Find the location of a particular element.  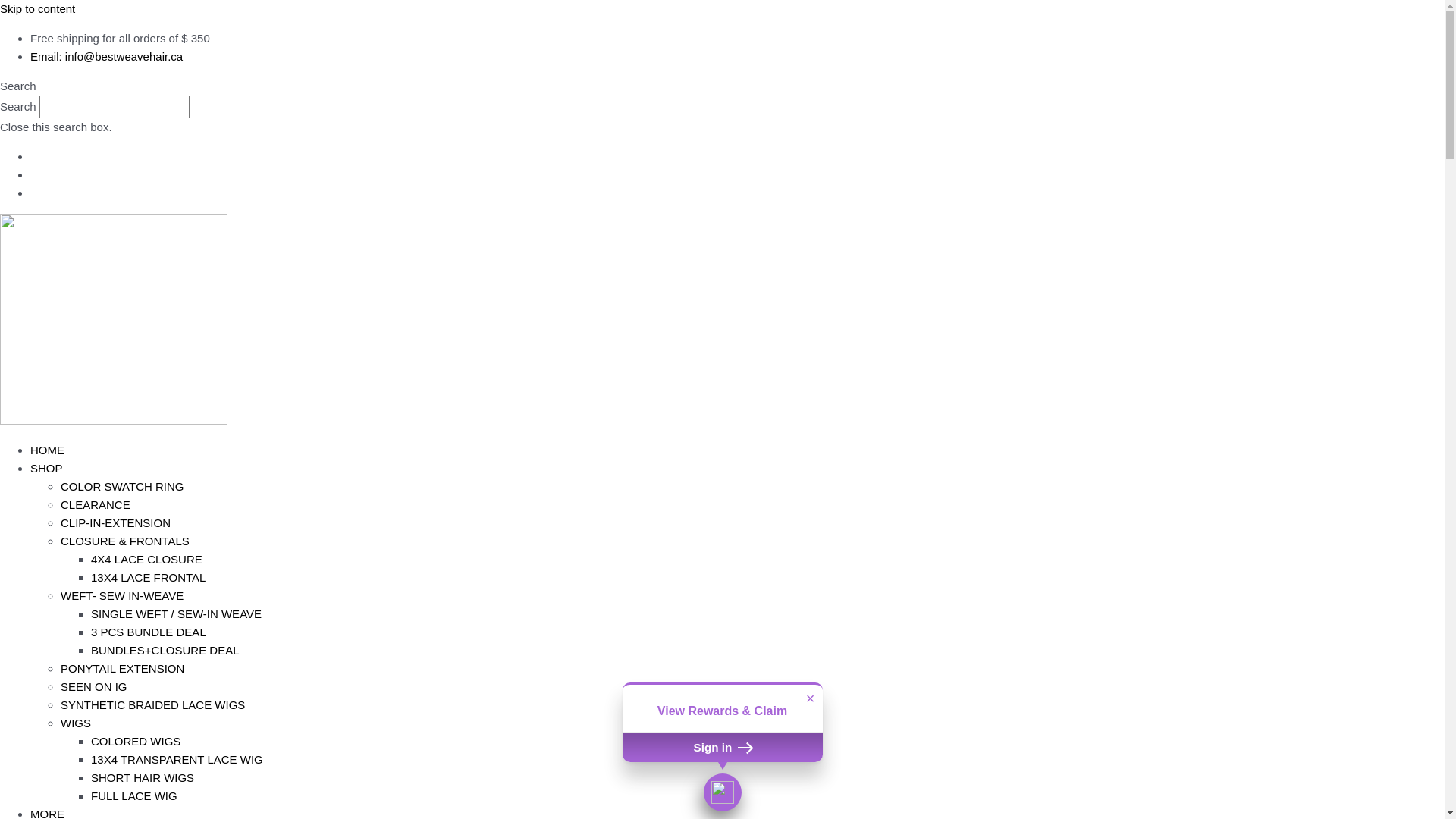

'13X4 TRANSPARENT LACE WIG' is located at coordinates (177, 759).